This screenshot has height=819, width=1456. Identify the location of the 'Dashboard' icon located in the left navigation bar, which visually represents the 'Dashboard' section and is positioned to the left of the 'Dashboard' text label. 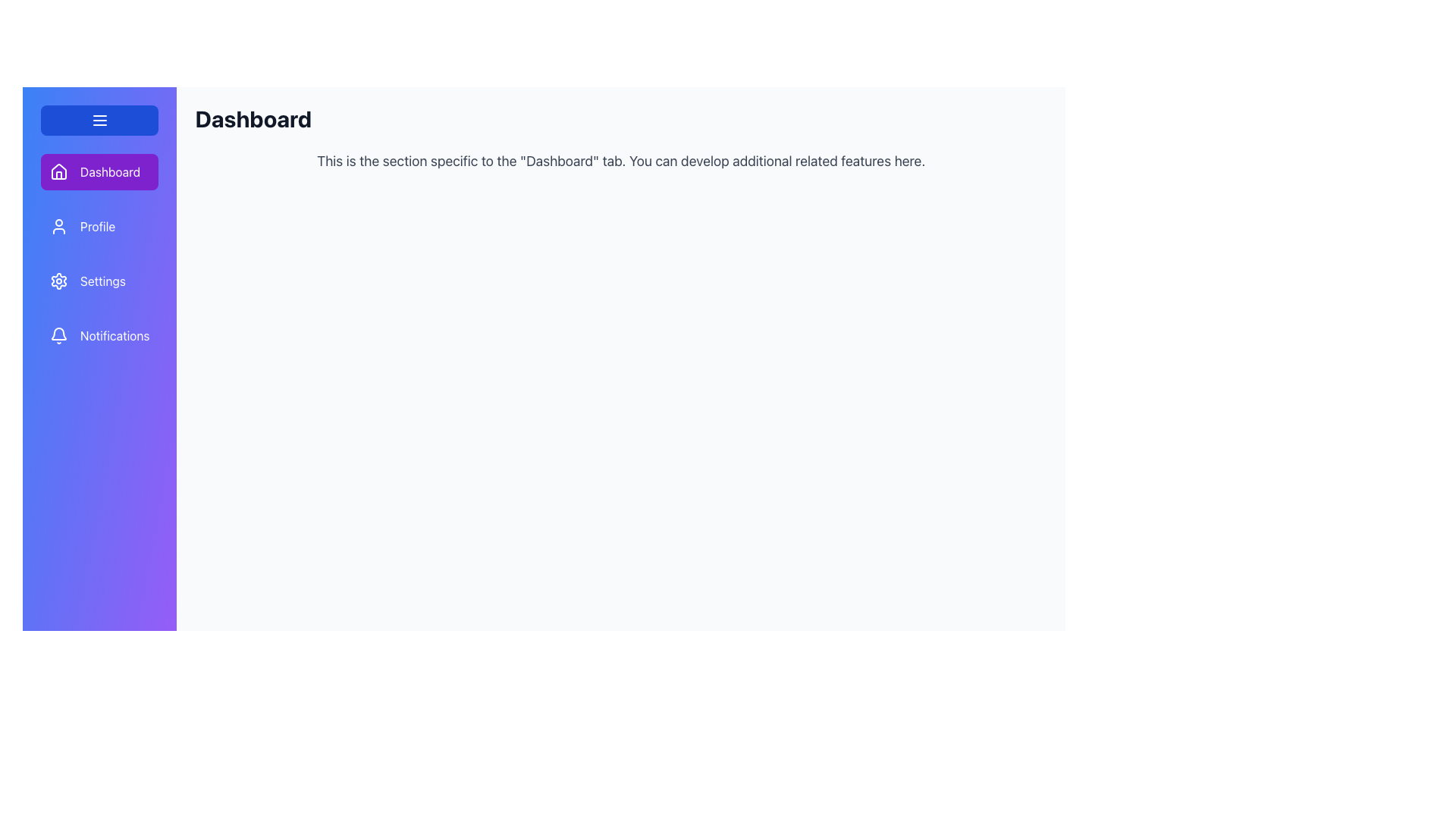
(58, 171).